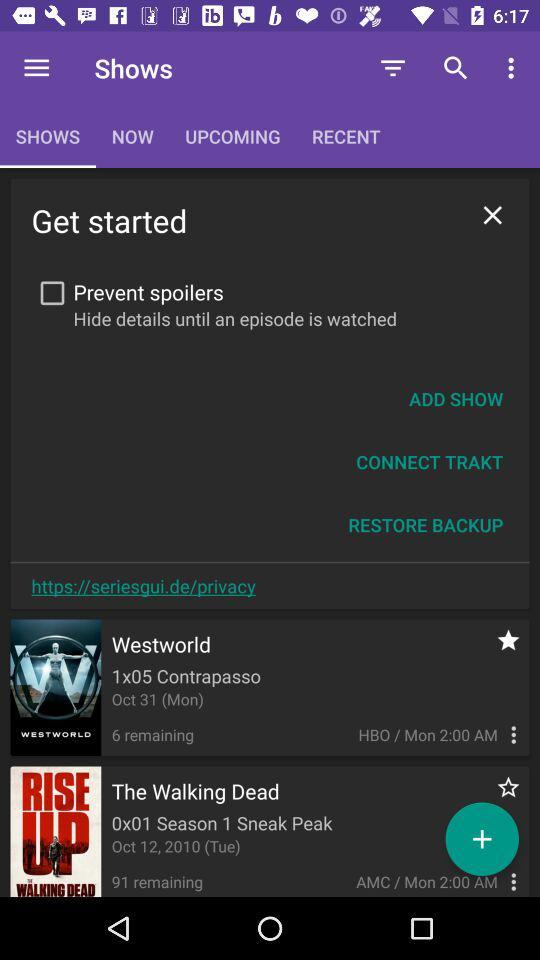 The height and width of the screenshot is (960, 540). I want to click on the item next to the restore backup icon, so click(142, 586).